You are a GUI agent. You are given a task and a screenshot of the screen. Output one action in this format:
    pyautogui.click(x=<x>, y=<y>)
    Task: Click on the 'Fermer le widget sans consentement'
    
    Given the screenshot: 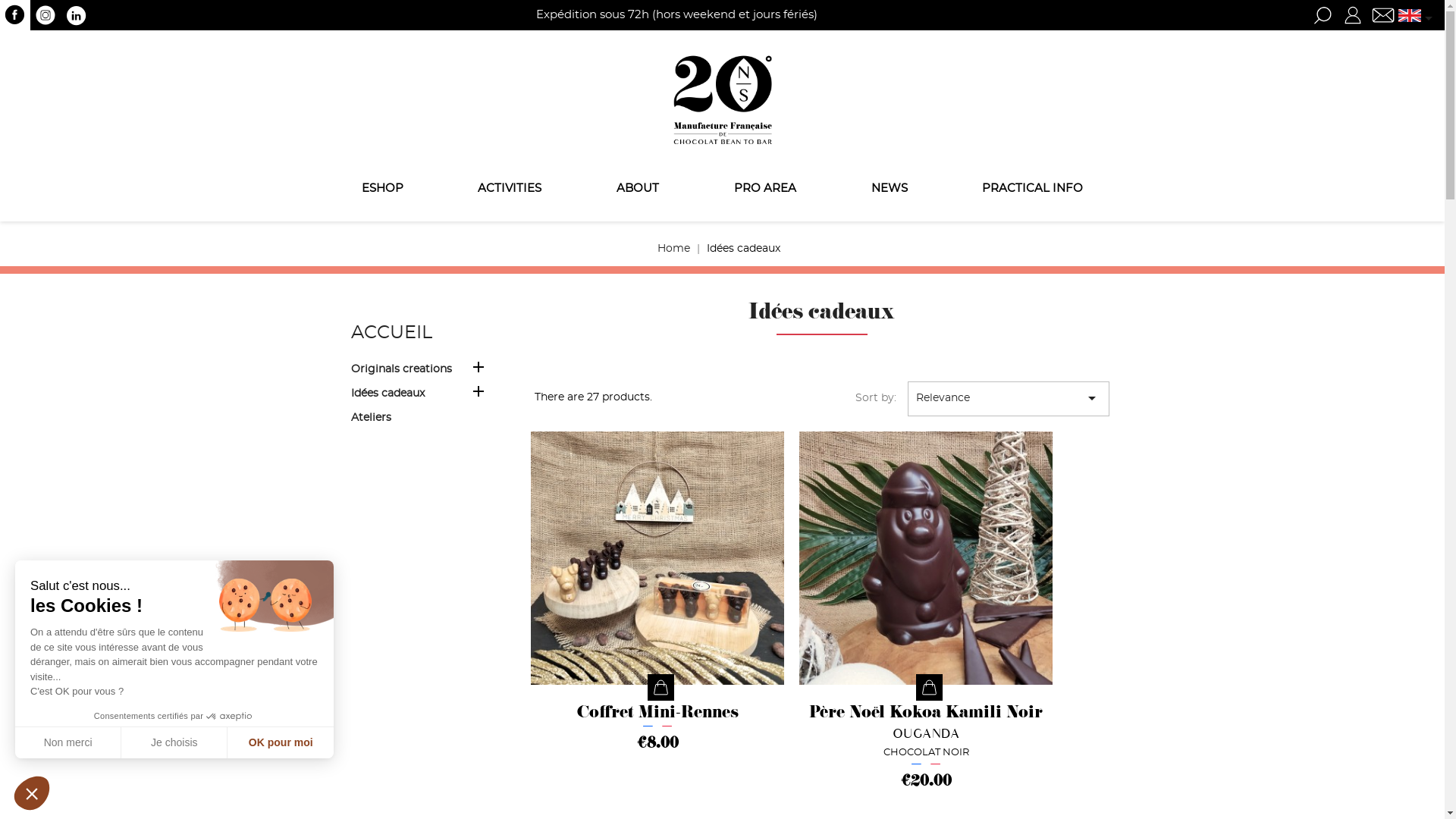 What is the action you would take?
    pyautogui.click(x=32, y=792)
    